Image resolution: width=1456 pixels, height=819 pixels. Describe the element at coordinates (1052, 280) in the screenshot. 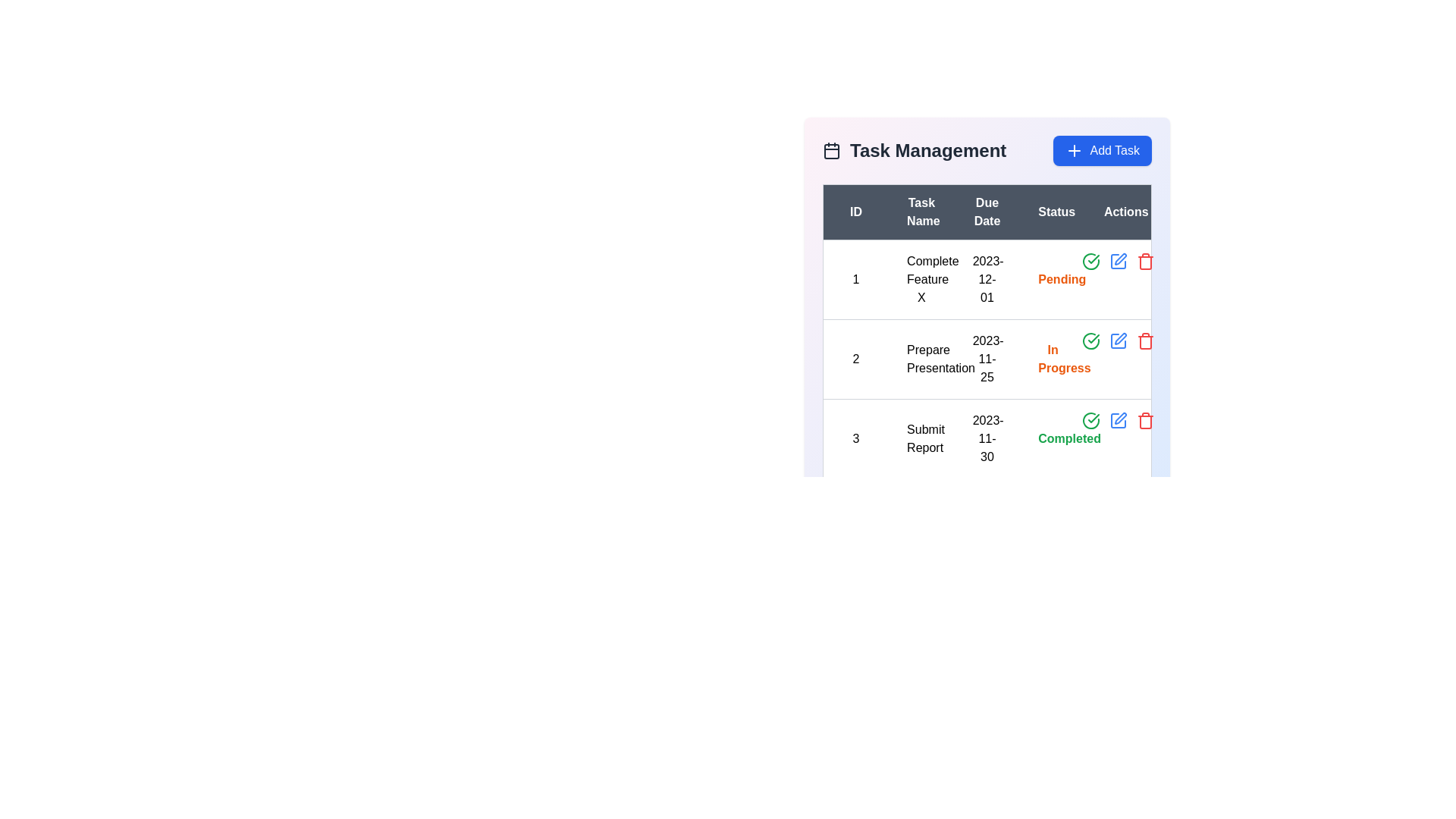

I see `the text label displaying 'Pending' in orange color, which is located in the 'Status' column for the task 'Complete Feature X'` at that location.